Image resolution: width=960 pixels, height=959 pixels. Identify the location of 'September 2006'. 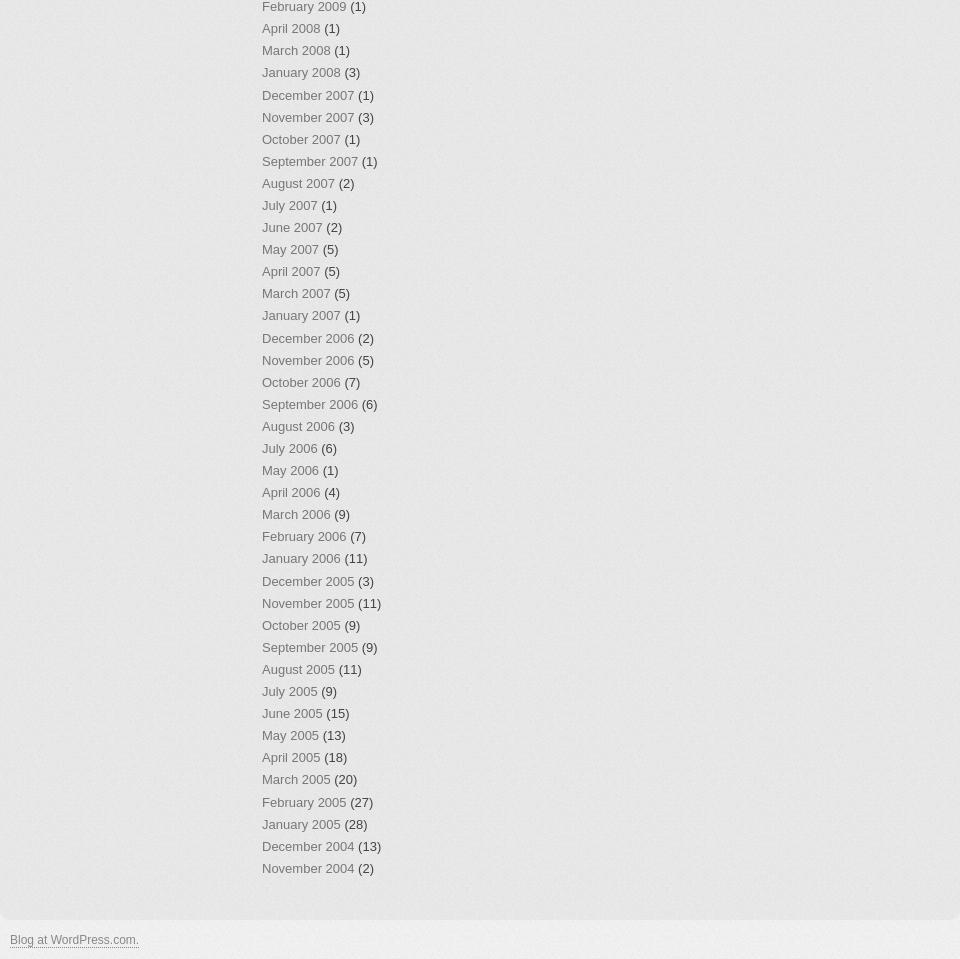
(309, 403).